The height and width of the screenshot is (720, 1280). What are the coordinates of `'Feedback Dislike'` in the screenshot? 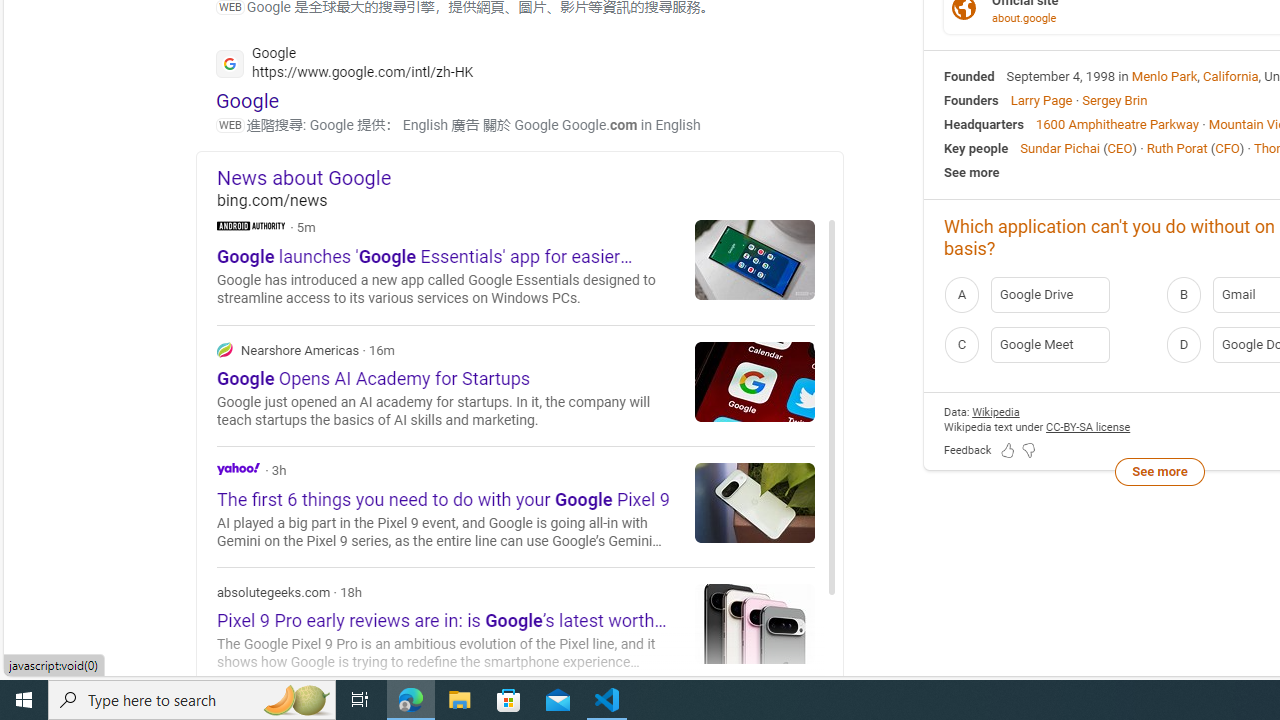 It's located at (1029, 451).